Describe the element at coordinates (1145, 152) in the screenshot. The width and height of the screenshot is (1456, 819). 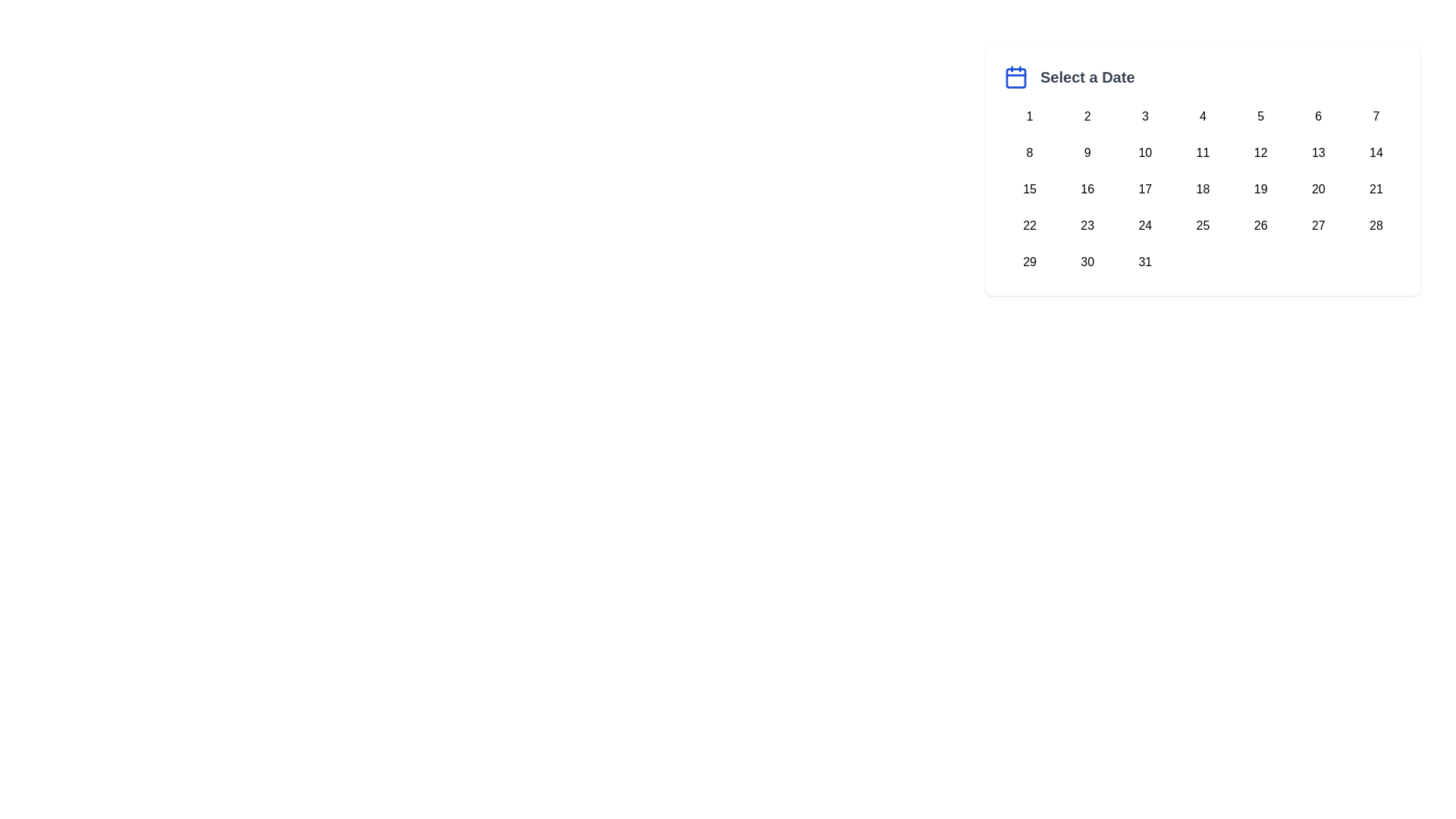
I see `the calendar cell displaying the number '10'` at that location.